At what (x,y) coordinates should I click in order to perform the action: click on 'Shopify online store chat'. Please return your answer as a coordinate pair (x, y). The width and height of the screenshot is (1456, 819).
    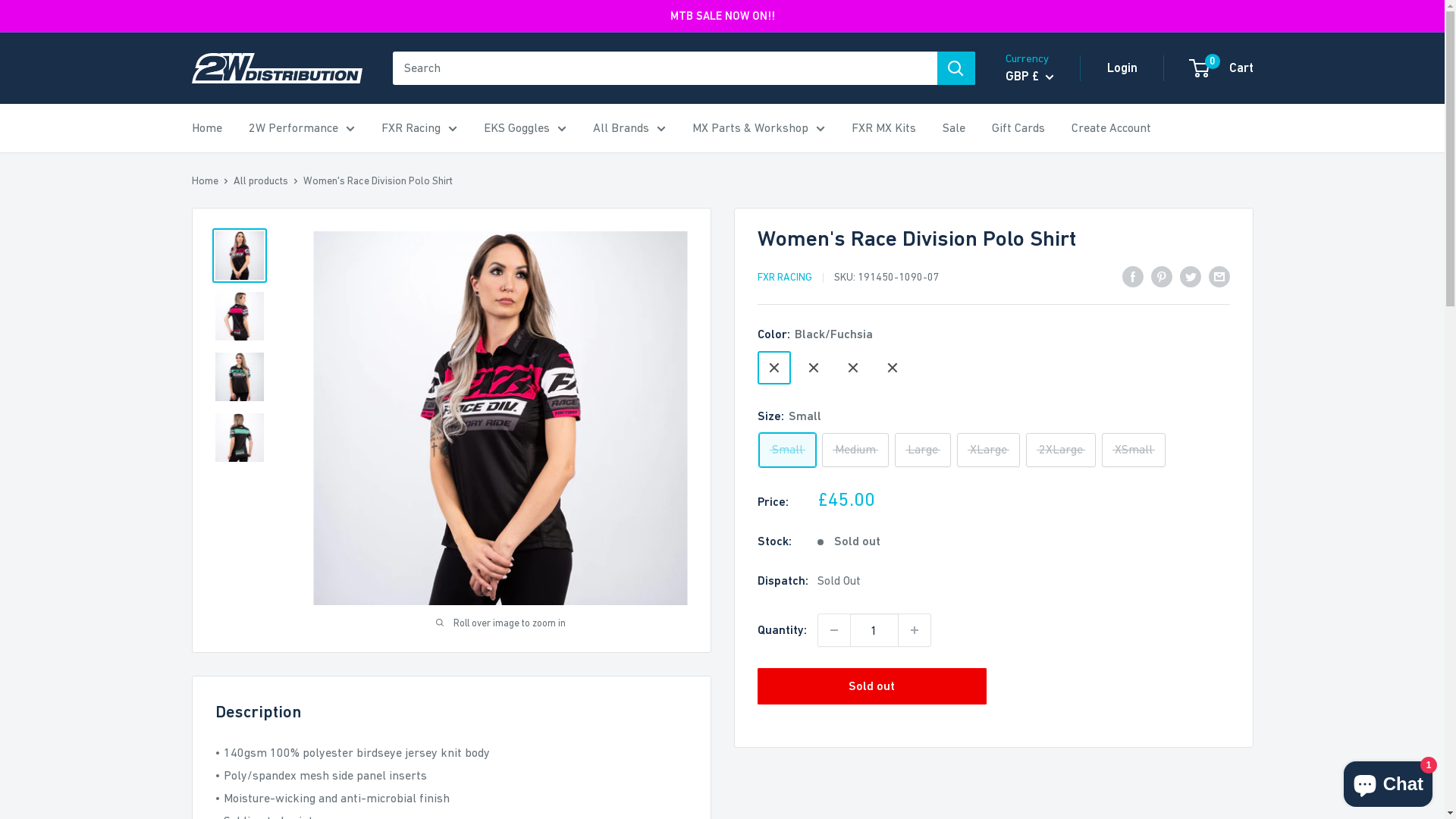
    Looking at the image, I should click on (1388, 780).